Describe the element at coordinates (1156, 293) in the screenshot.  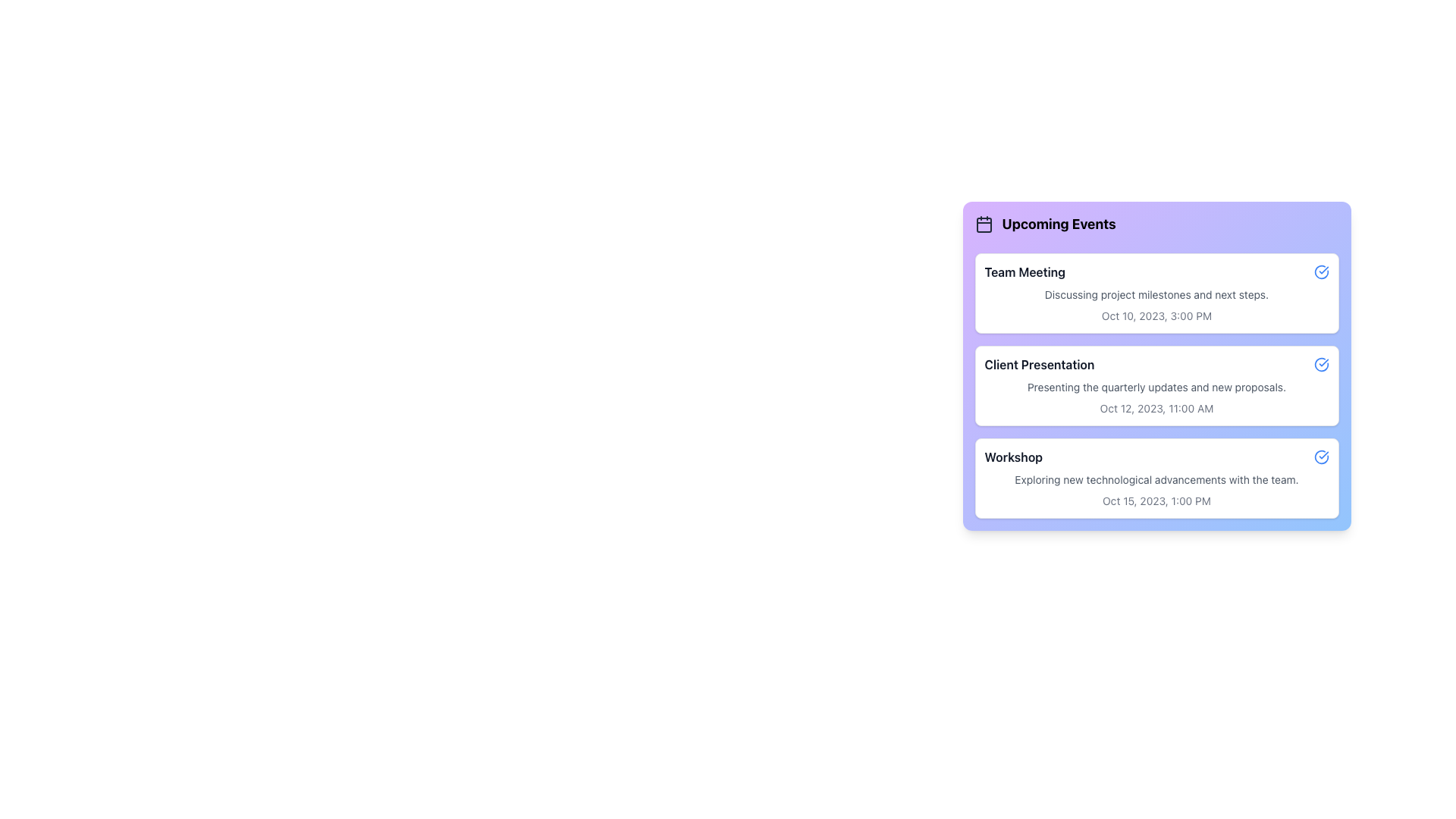
I see `the Event Information Card that represents a meeting entry, located as the first item in the 'Upcoming Events' section` at that location.